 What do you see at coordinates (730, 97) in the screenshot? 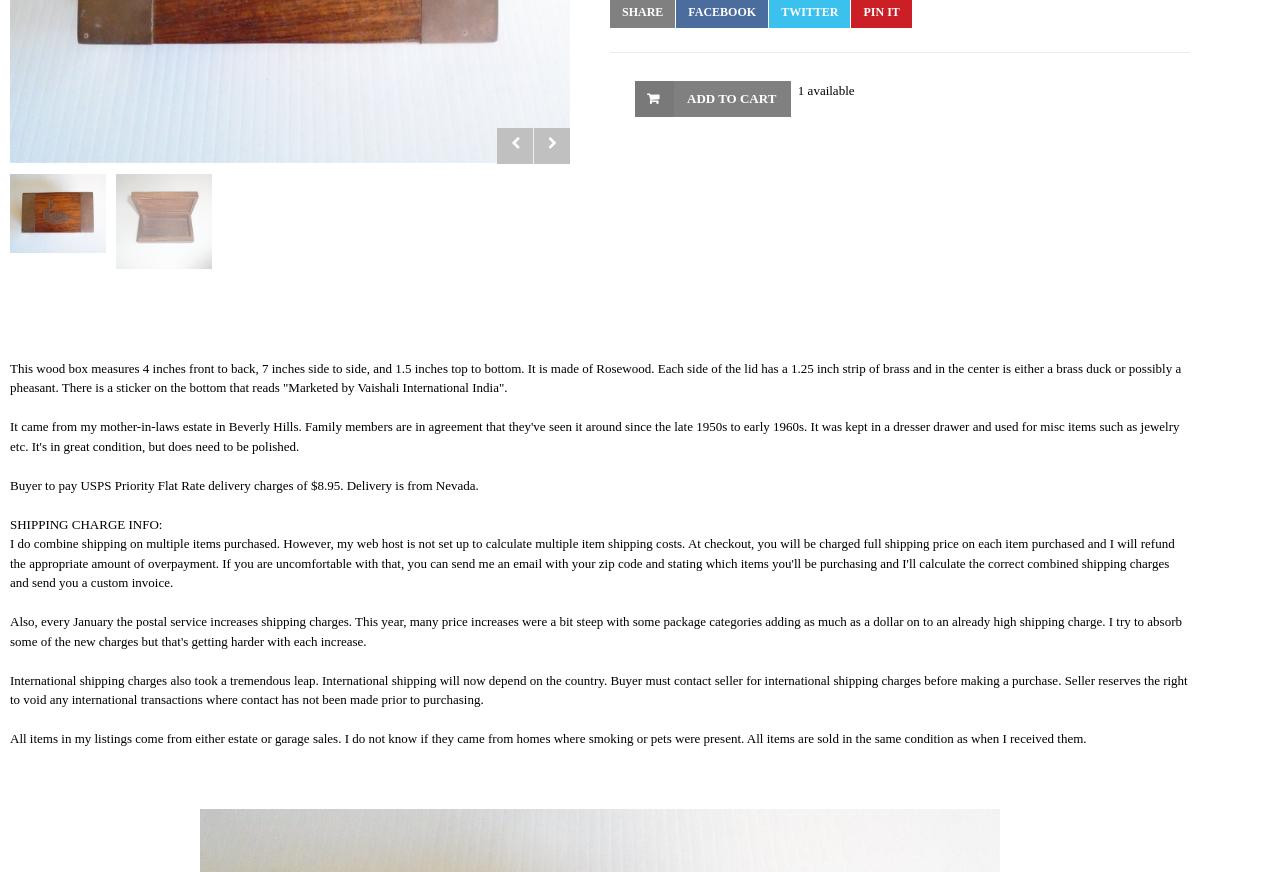
I see `'Add to Cart'` at bounding box center [730, 97].